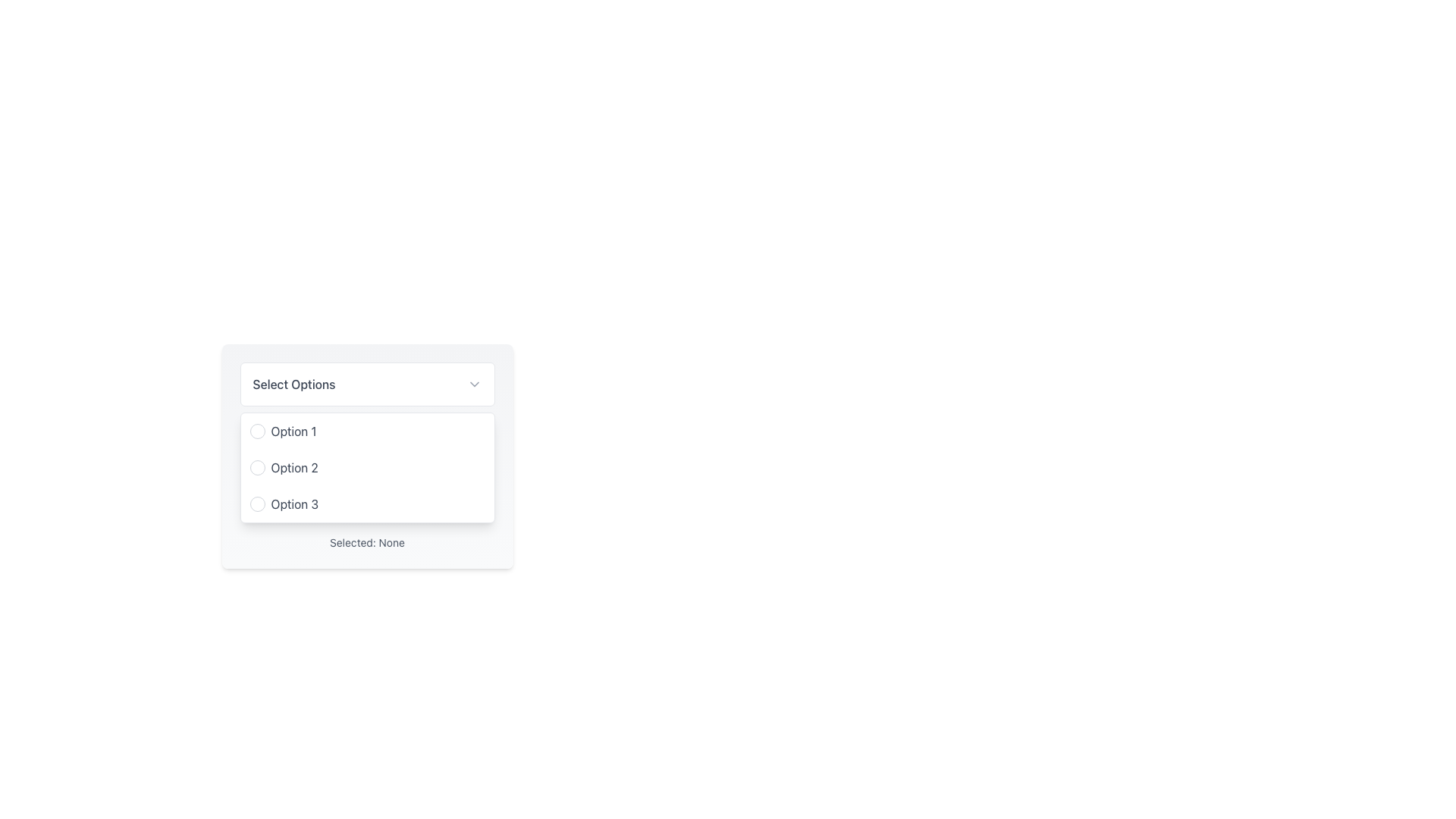  I want to click on the radio button located to the left of the text 'Option 1', so click(257, 431).